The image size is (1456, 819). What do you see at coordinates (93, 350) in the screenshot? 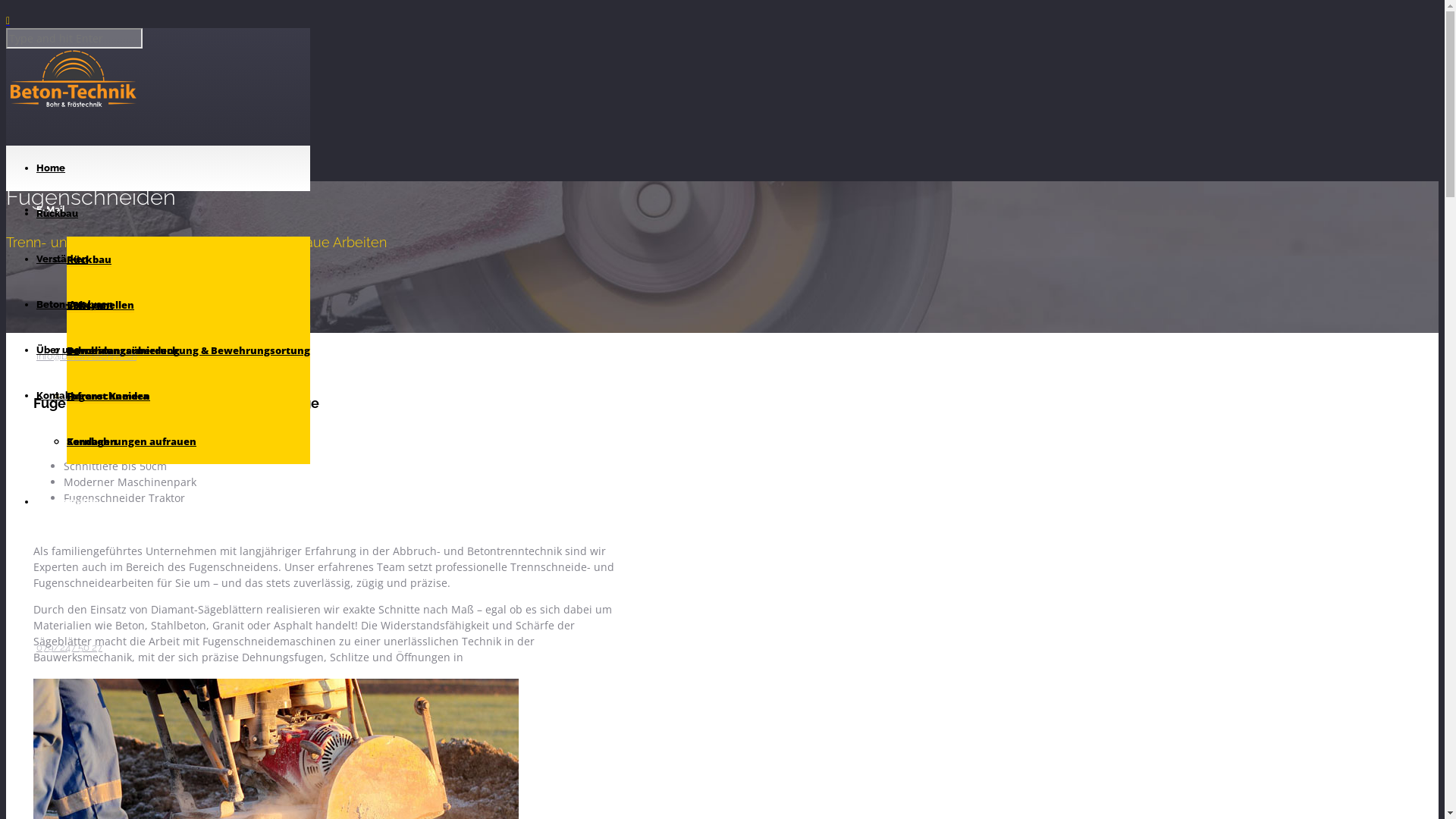
I see `'Schneiden'` at bounding box center [93, 350].